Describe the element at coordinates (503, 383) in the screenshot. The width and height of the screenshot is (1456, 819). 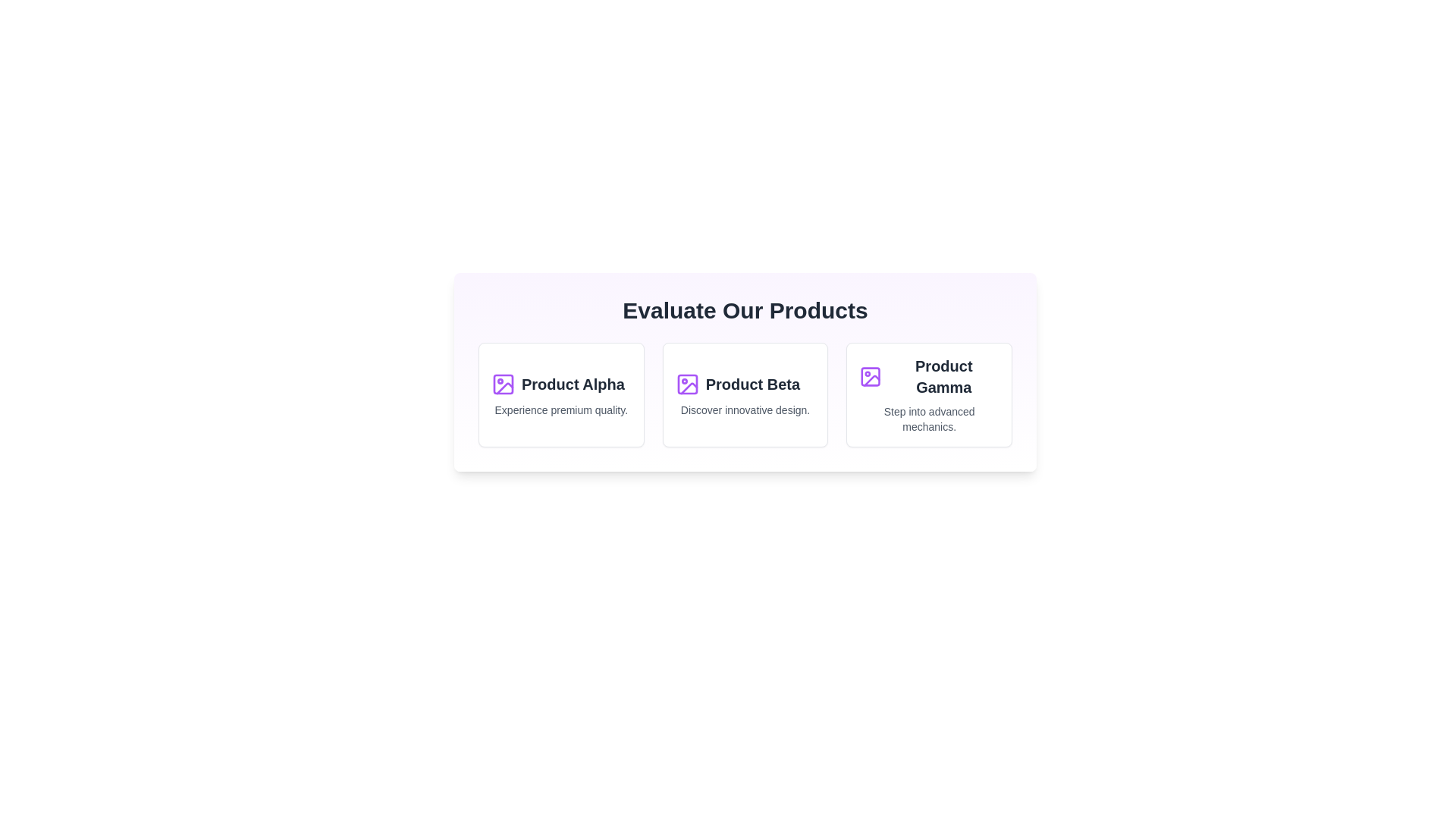
I see `the purple icon resembling an image placeholder located at the leftmost part of the 'Product Alpha' section in the 'Evaluate Our Products' area to interact with it` at that location.